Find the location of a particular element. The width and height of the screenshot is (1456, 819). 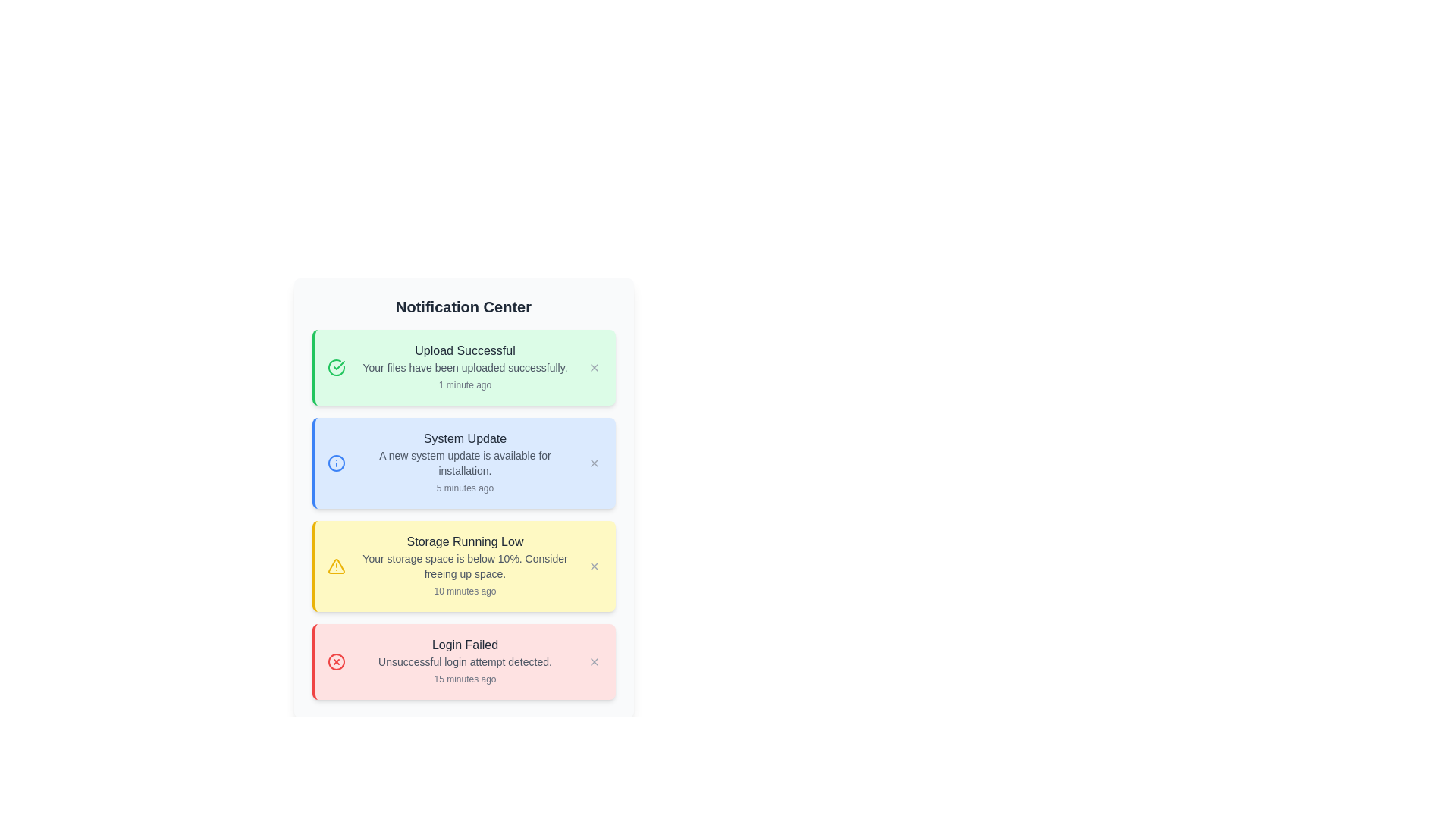

the yellow warning icon shaped like a triangle with an exclamation mark, which is part of the 'Storage Running Low' notification panel is located at coordinates (335, 566).